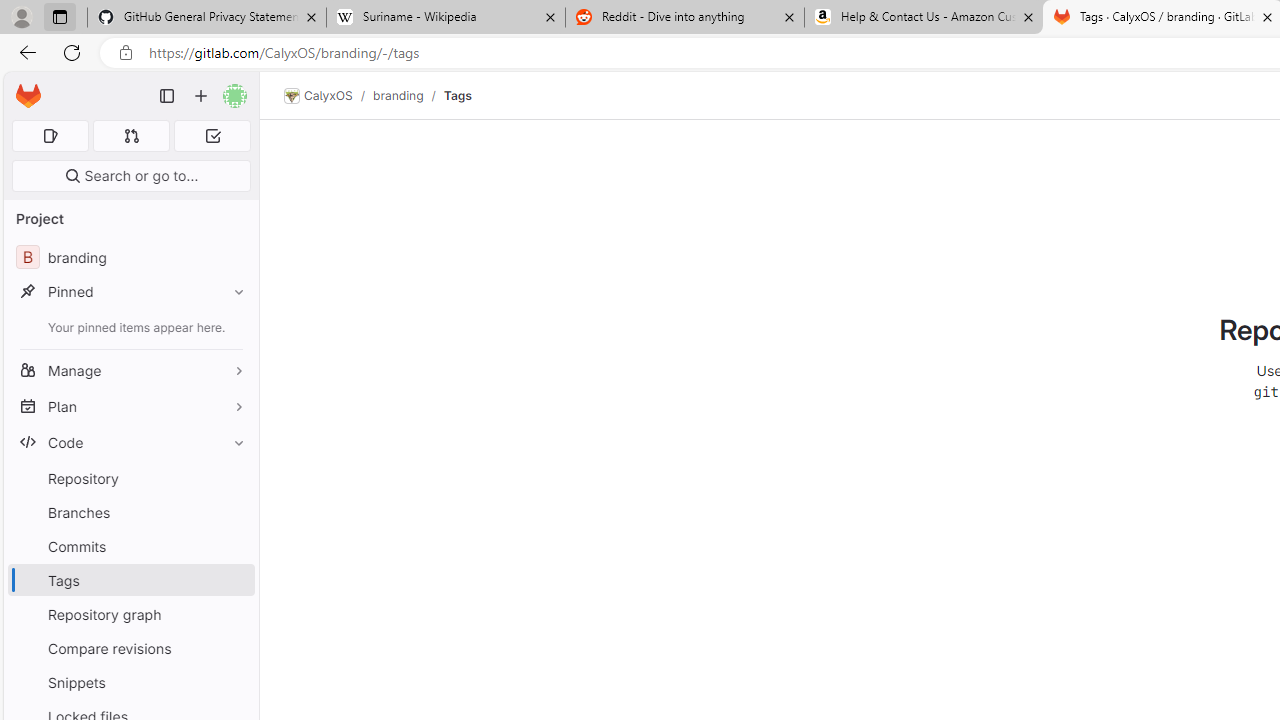 Image resolution: width=1280 pixels, height=720 pixels. I want to click on 'Pin Compare revisions', so click(234, 648).